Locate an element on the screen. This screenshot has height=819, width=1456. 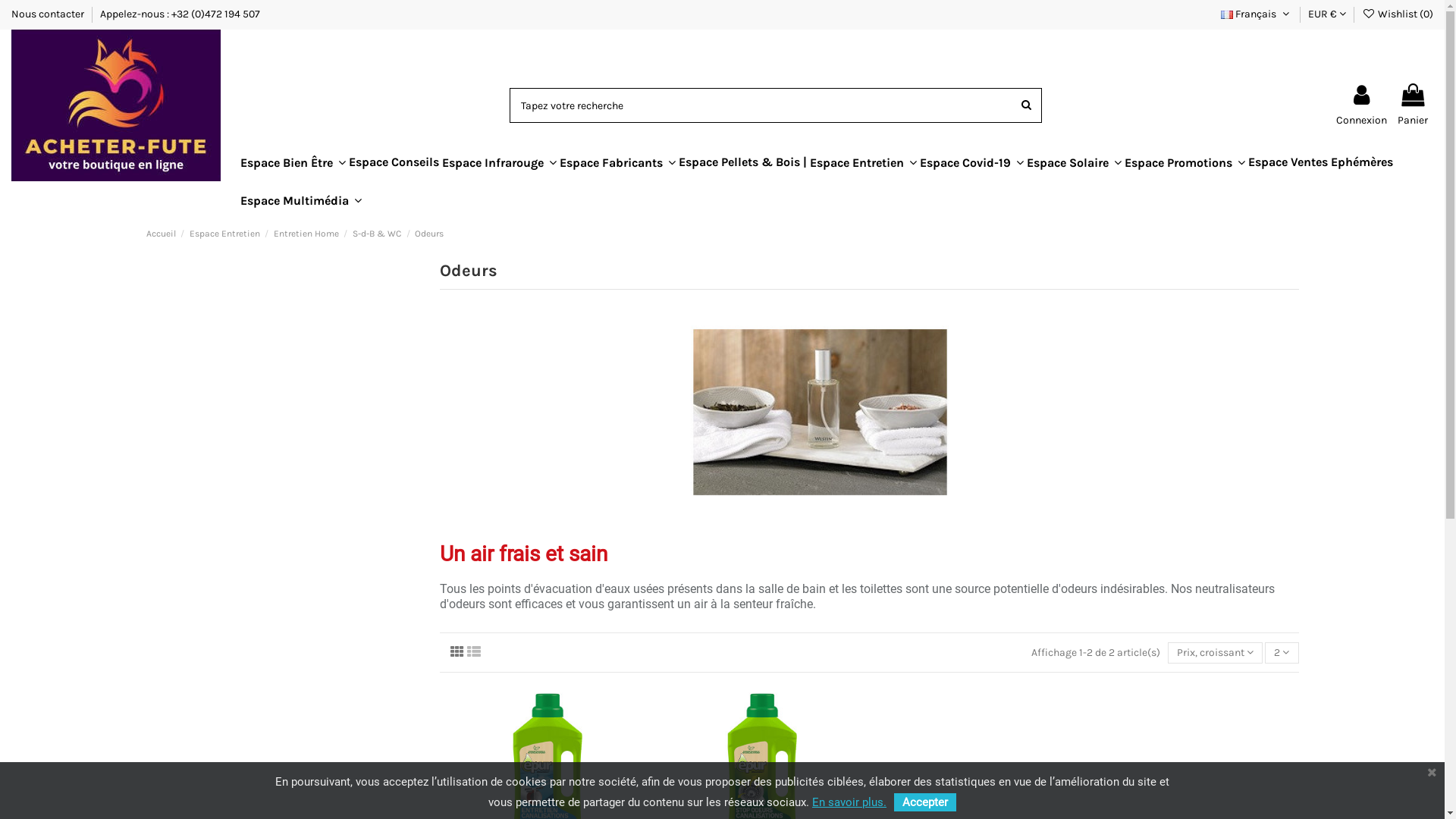
'Espace Infrarouge' is located at coordinates (499, 162).